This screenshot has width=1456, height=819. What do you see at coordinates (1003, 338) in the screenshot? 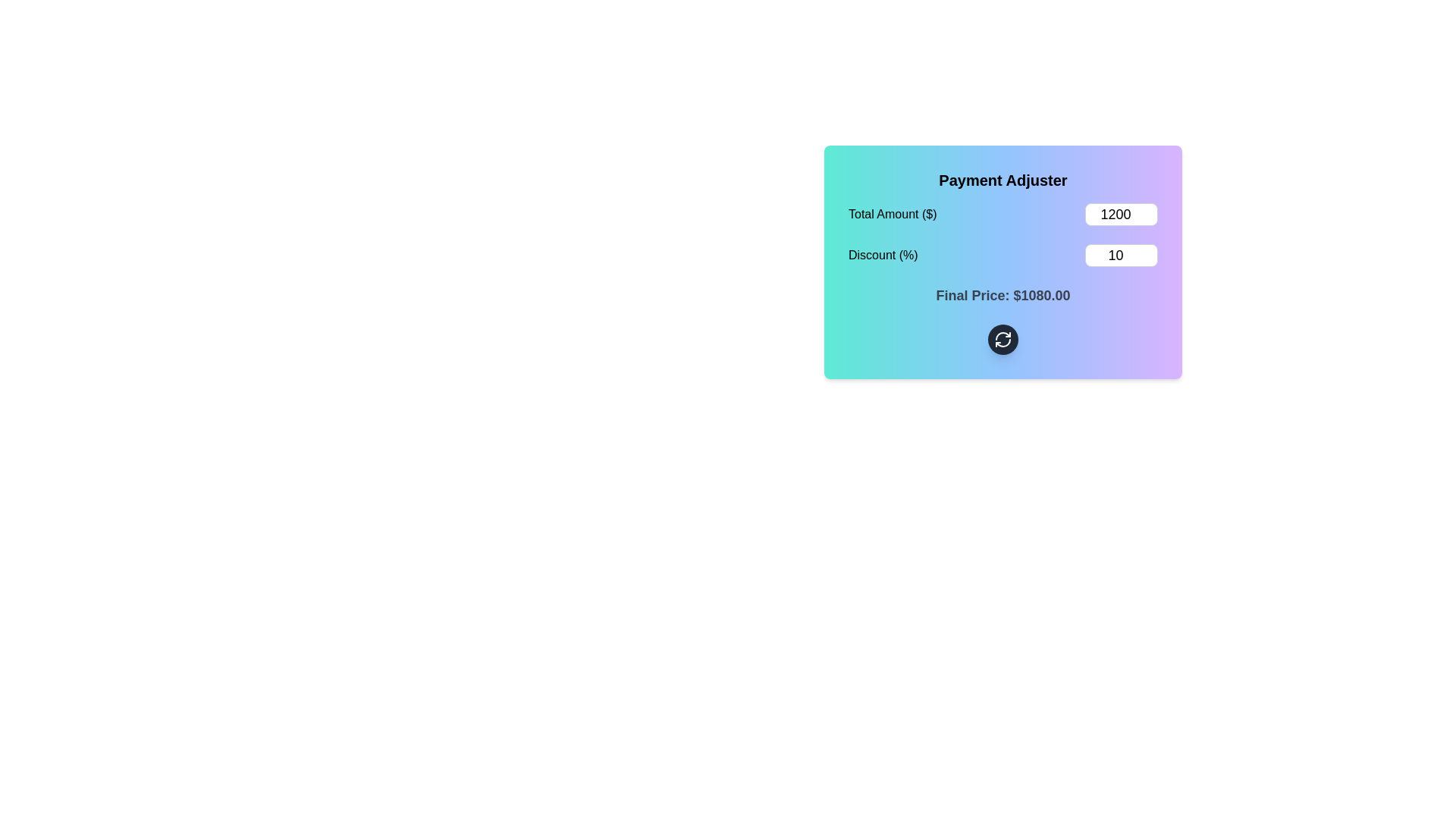
I see `the circular refresh button with a dark background and white refresh icon located at the bottom center of the card interface to observe hover effects` at bounding box center [1003, 338].